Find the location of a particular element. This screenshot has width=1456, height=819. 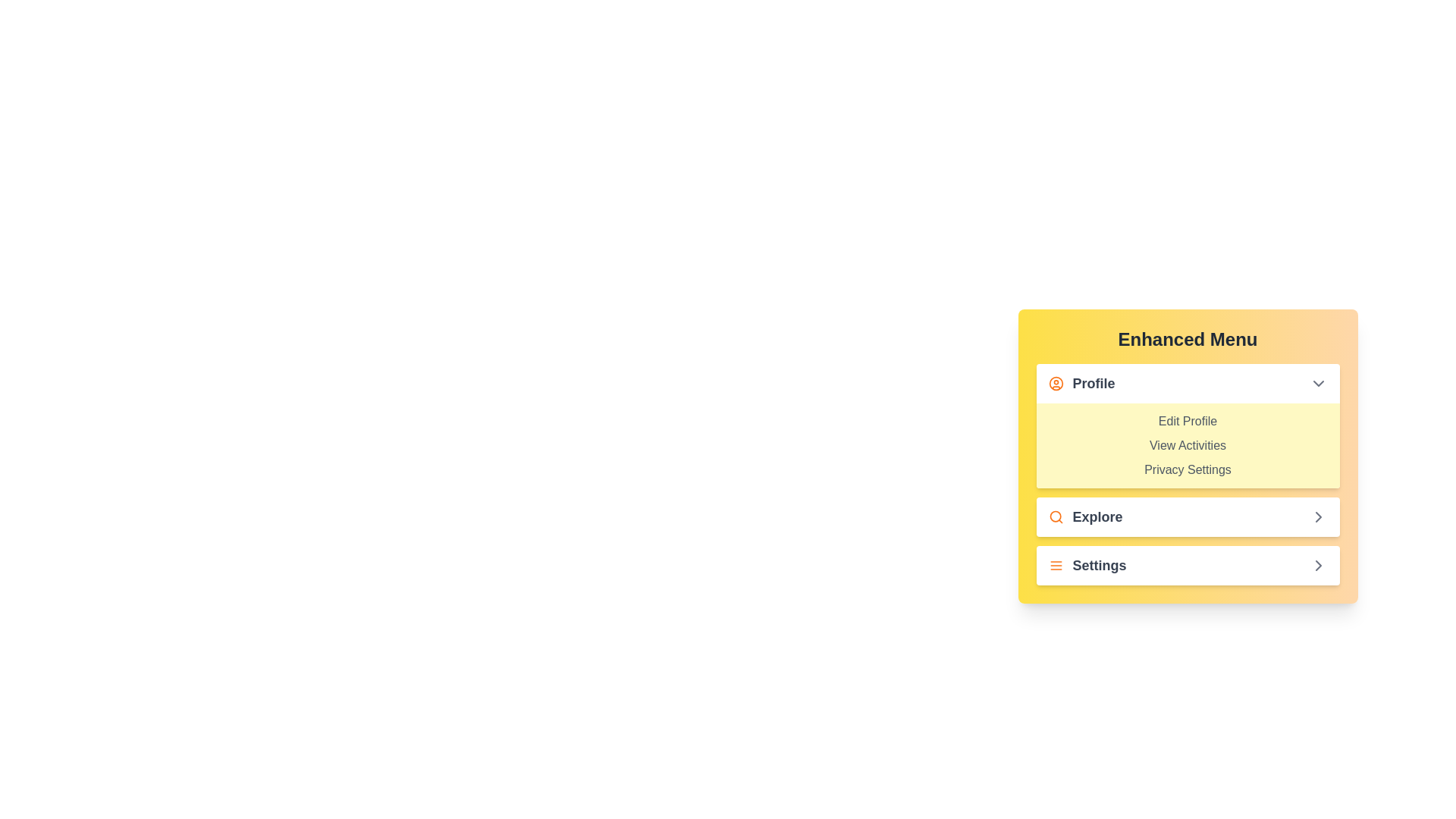

the orange circular user silhouette icon located next to the 'Profile' label in the 'Enhanced Menu' is located at coordinates (1055, 382).